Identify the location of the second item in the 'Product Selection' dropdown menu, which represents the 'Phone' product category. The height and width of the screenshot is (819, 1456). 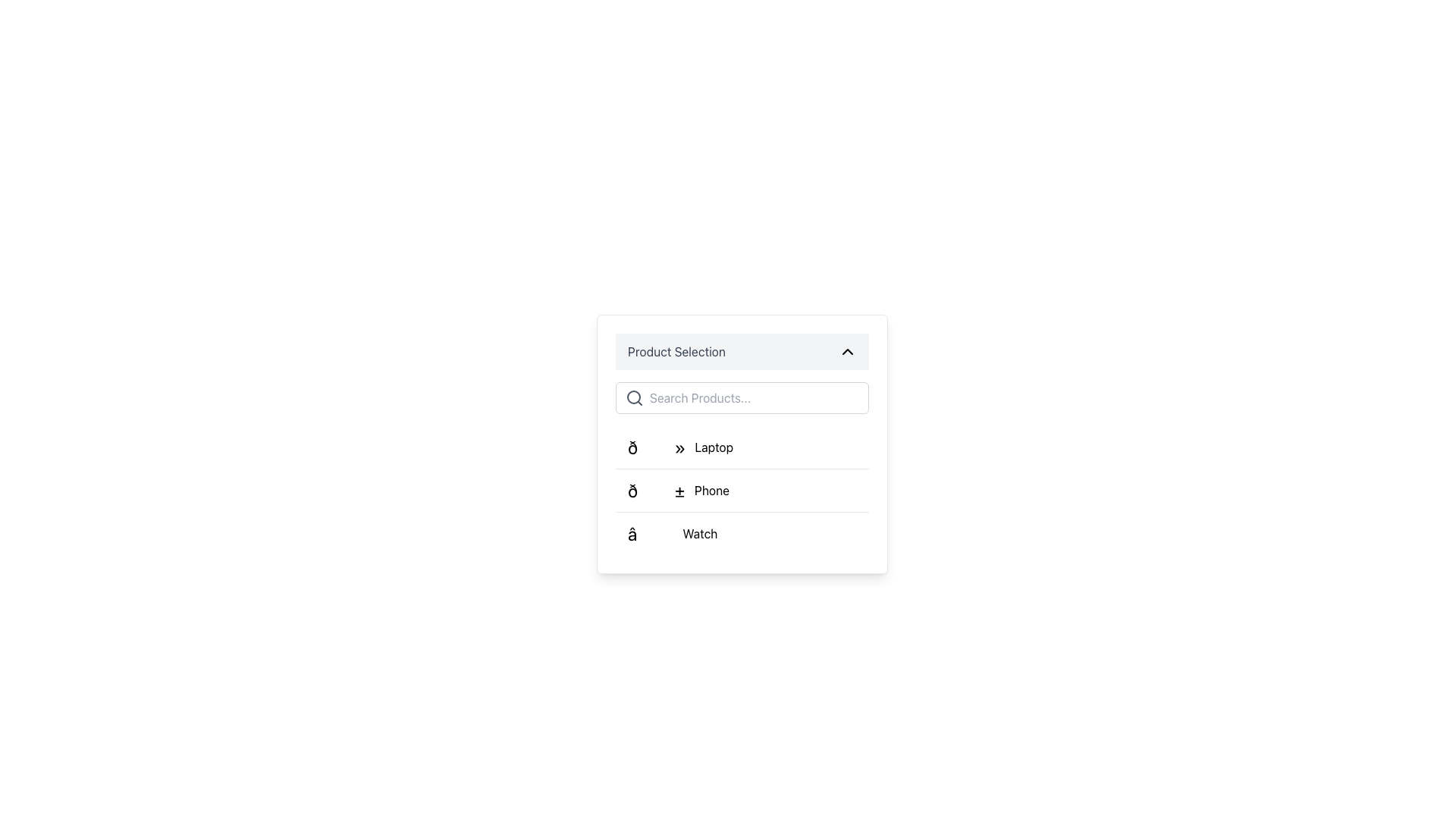
(742, 490).